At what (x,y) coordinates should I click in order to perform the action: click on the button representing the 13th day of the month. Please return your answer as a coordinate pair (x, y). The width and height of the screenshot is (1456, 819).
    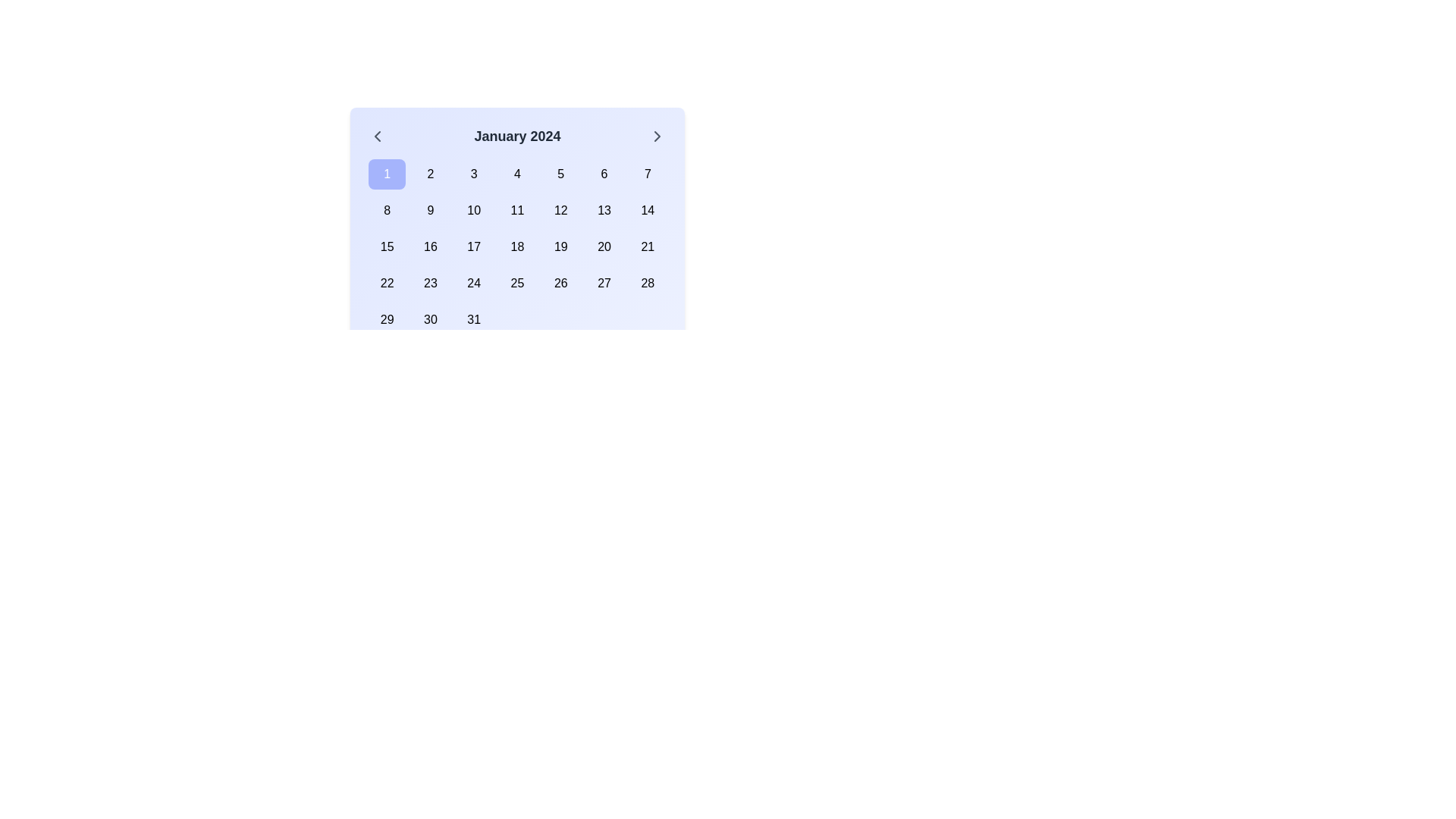
    Looking at the image, I should click on (603, 210).